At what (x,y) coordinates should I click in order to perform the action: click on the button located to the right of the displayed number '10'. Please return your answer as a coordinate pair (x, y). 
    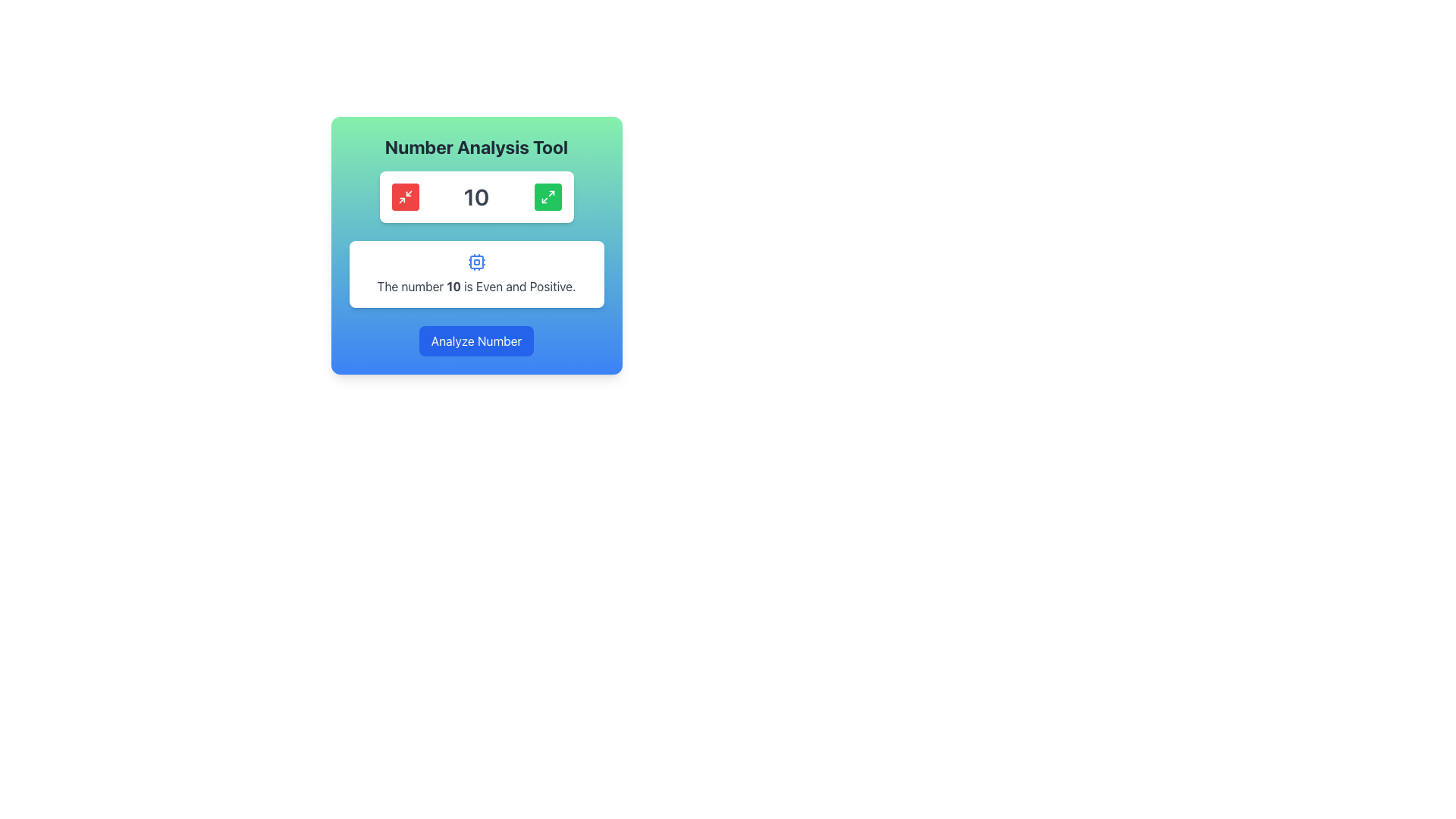
    Looking at the image, I should click on (547, 196).